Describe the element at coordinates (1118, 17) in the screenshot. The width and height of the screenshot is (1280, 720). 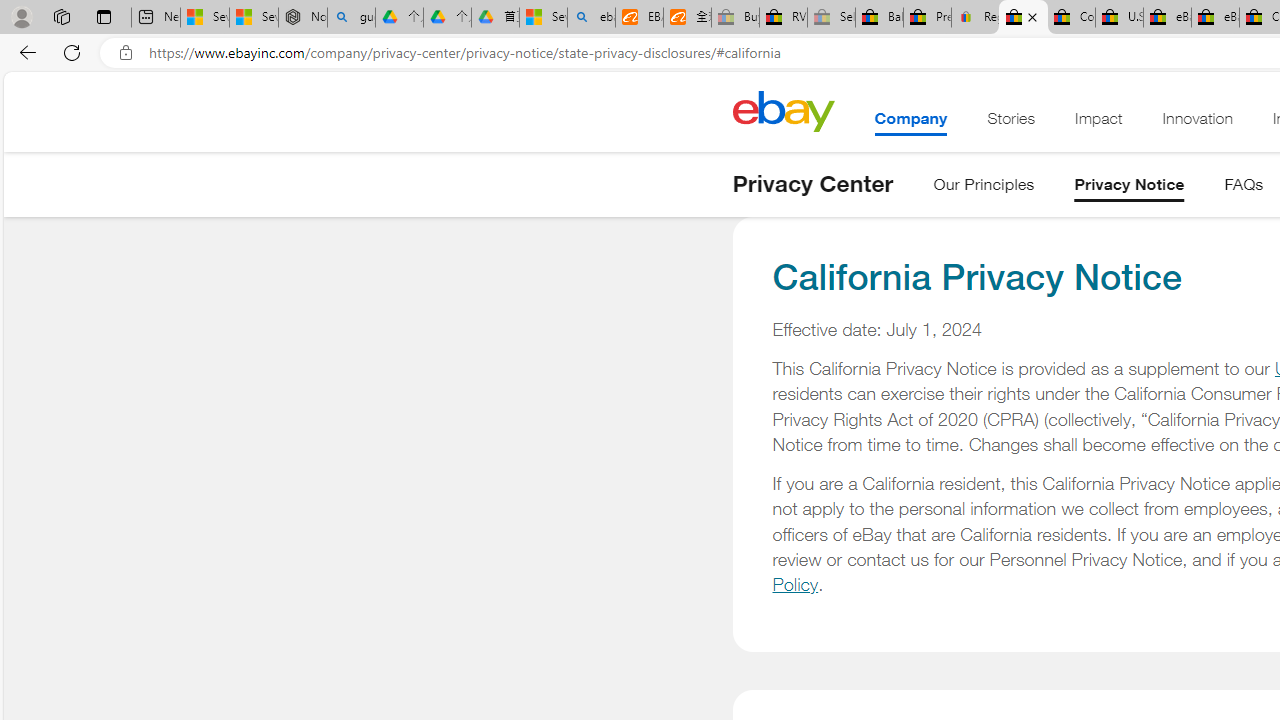
I see `'U.S. State Privacy Disclosures - eBay Inc.'` at that location.